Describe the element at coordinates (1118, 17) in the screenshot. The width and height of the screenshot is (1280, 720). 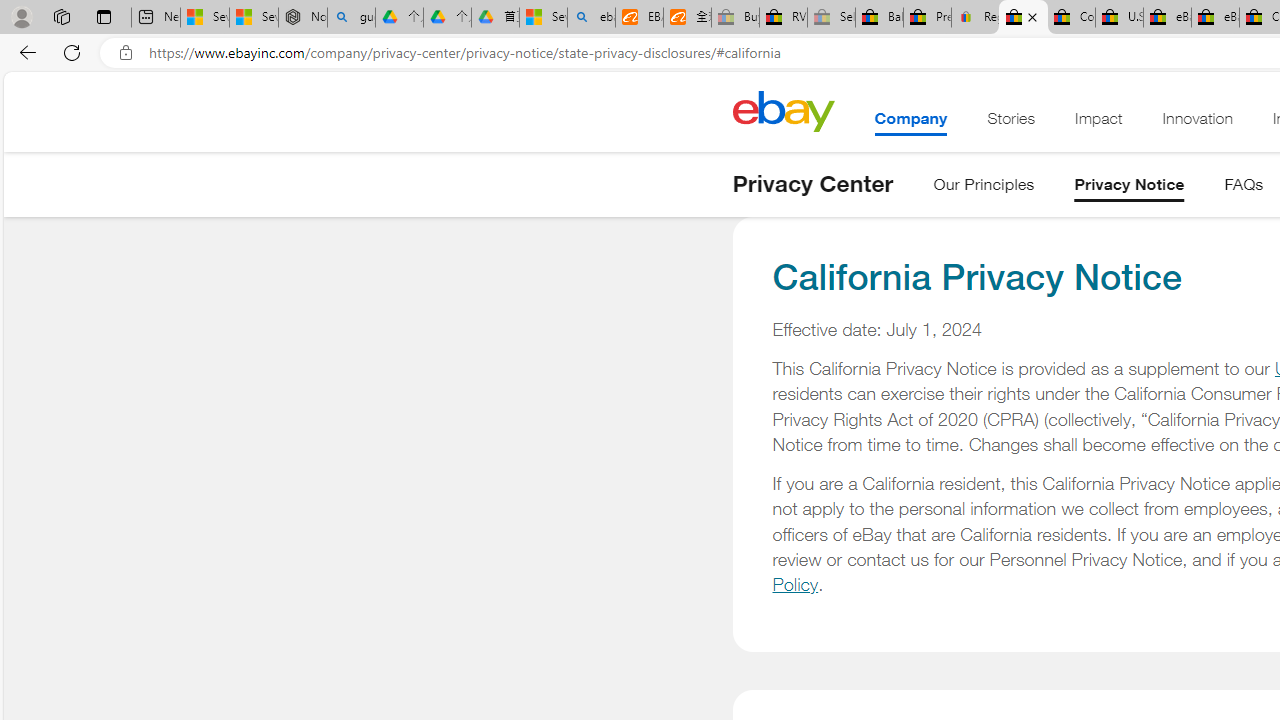
I see `'U.S. State Privacy Disclosures - eBay Inc.'` at that location.